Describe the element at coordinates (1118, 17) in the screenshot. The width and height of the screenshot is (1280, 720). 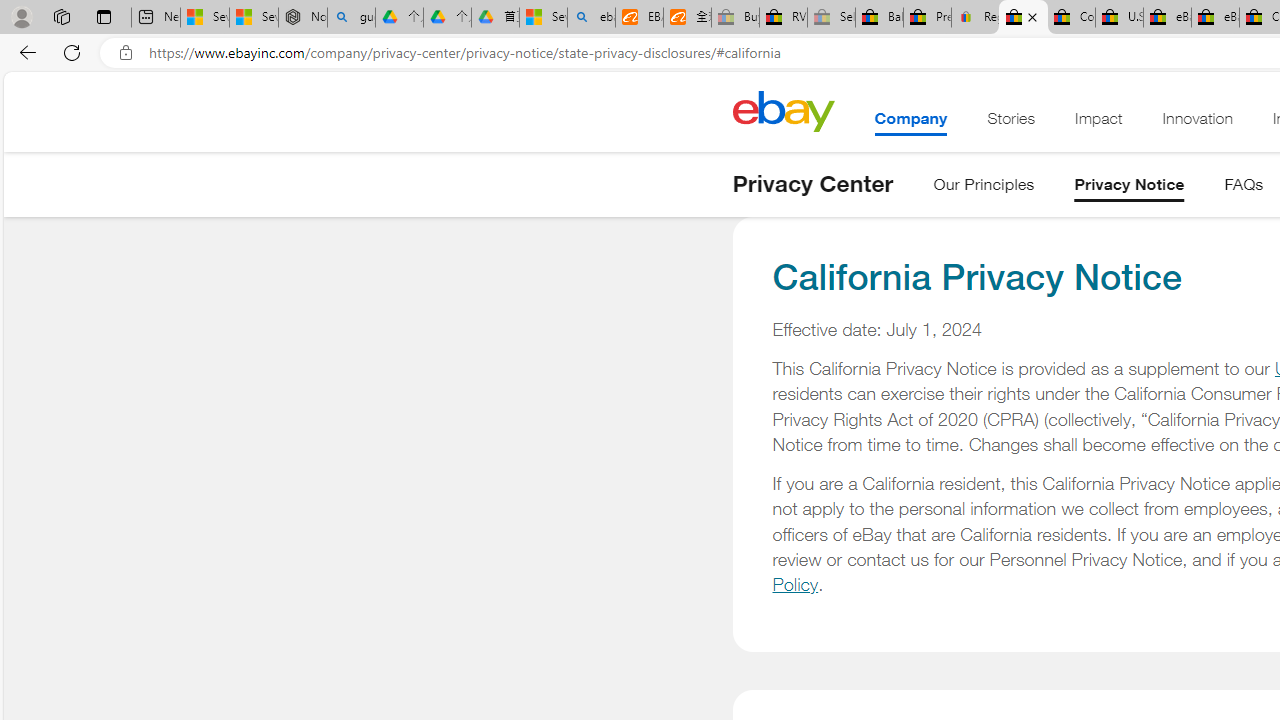
I see `'U.S. State Privacy Disclosures - eBay Inc.'` at that location.